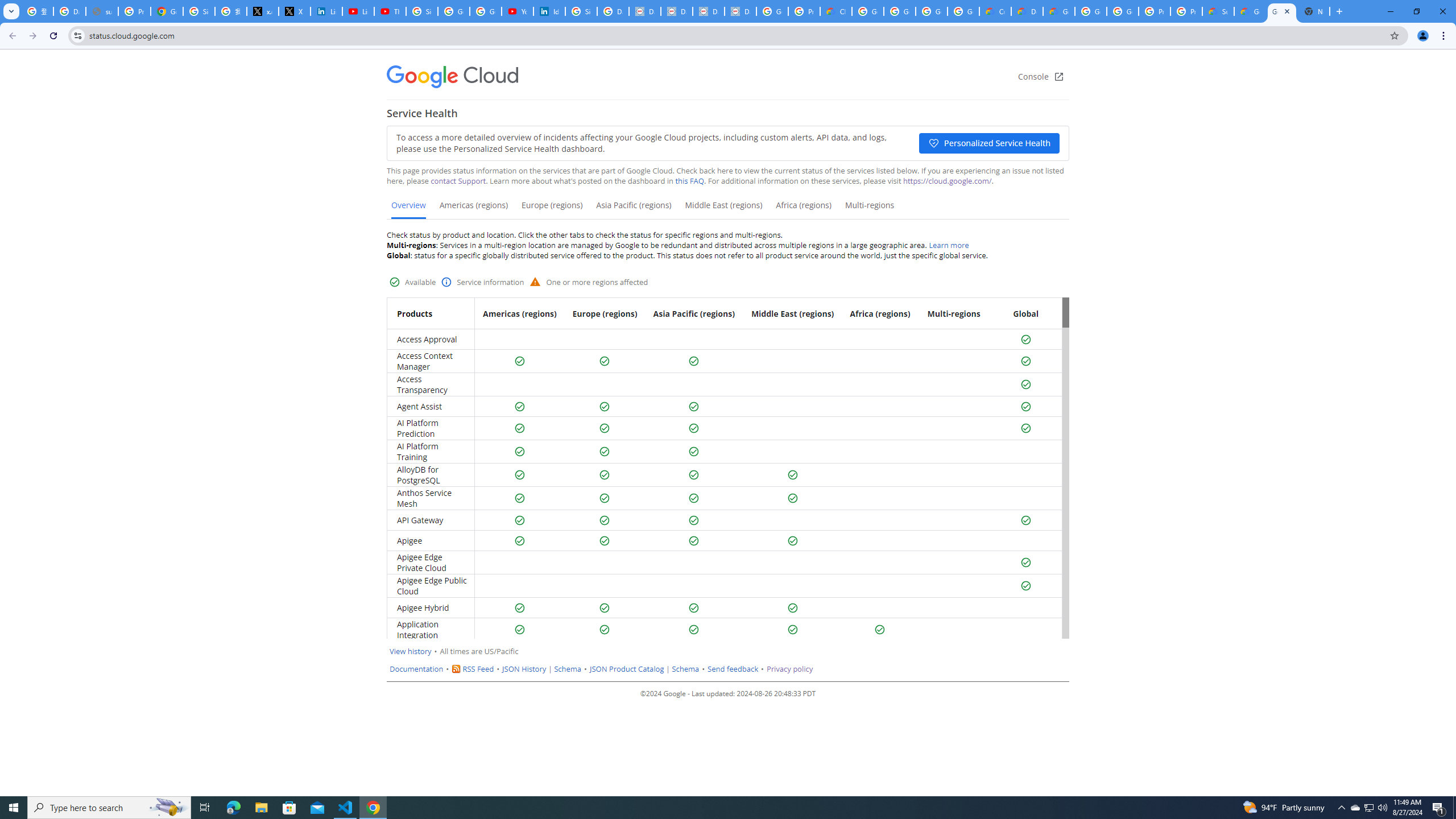 This screenshot has height=819, width=1456. What do you see at coordinates (1041, 76) in the screenshot?
I see `'Console'` at bounding box center [1041, 76].